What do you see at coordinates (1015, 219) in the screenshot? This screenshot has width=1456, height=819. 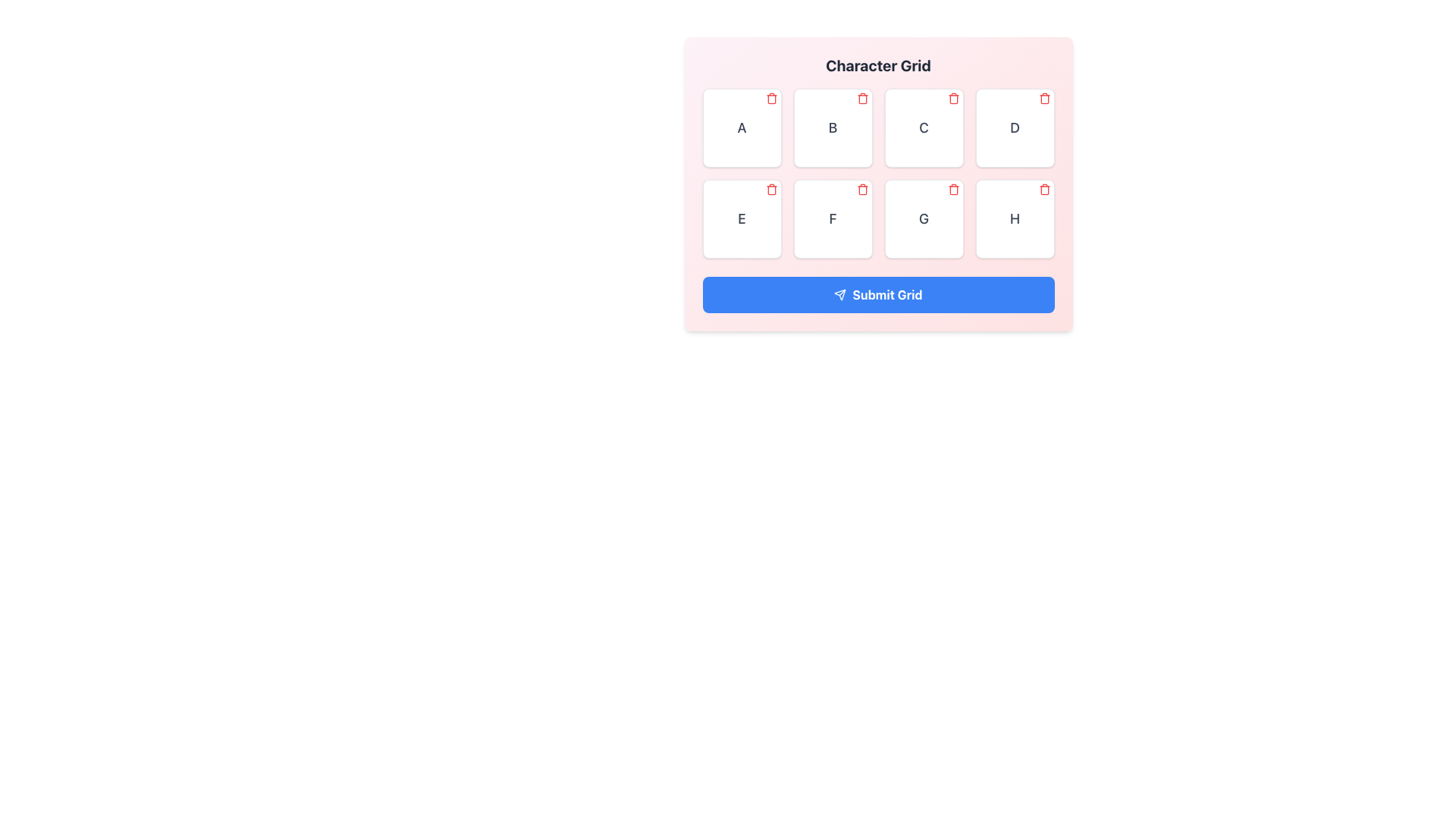 I see `the grid cell labeled 'H' located` at bounding box center [1015, 219].